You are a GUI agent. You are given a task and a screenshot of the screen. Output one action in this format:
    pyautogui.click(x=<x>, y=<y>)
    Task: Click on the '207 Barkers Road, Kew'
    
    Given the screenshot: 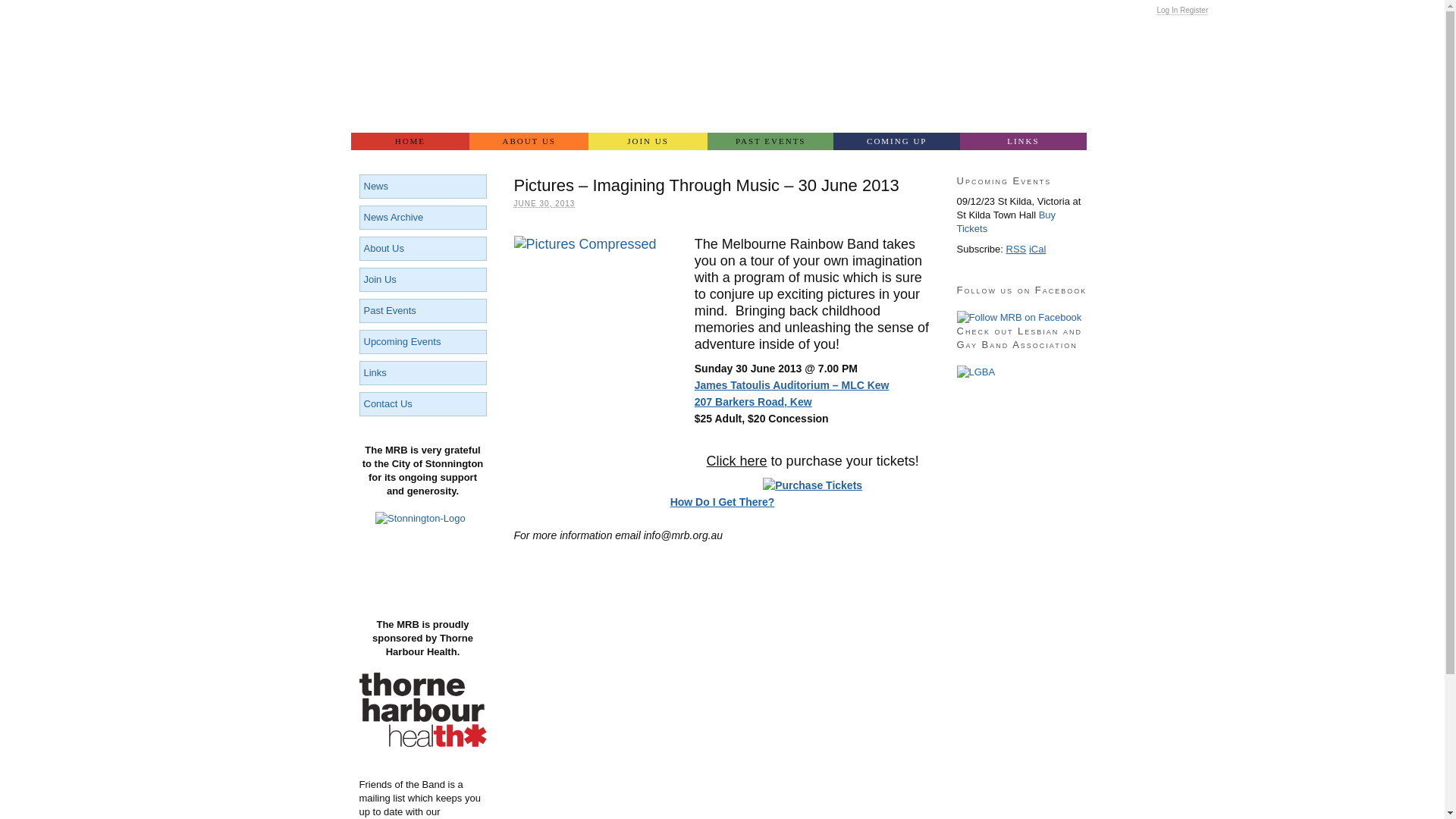 What is the action you would take?
    pyautogui.click(x=753, y=400)
    